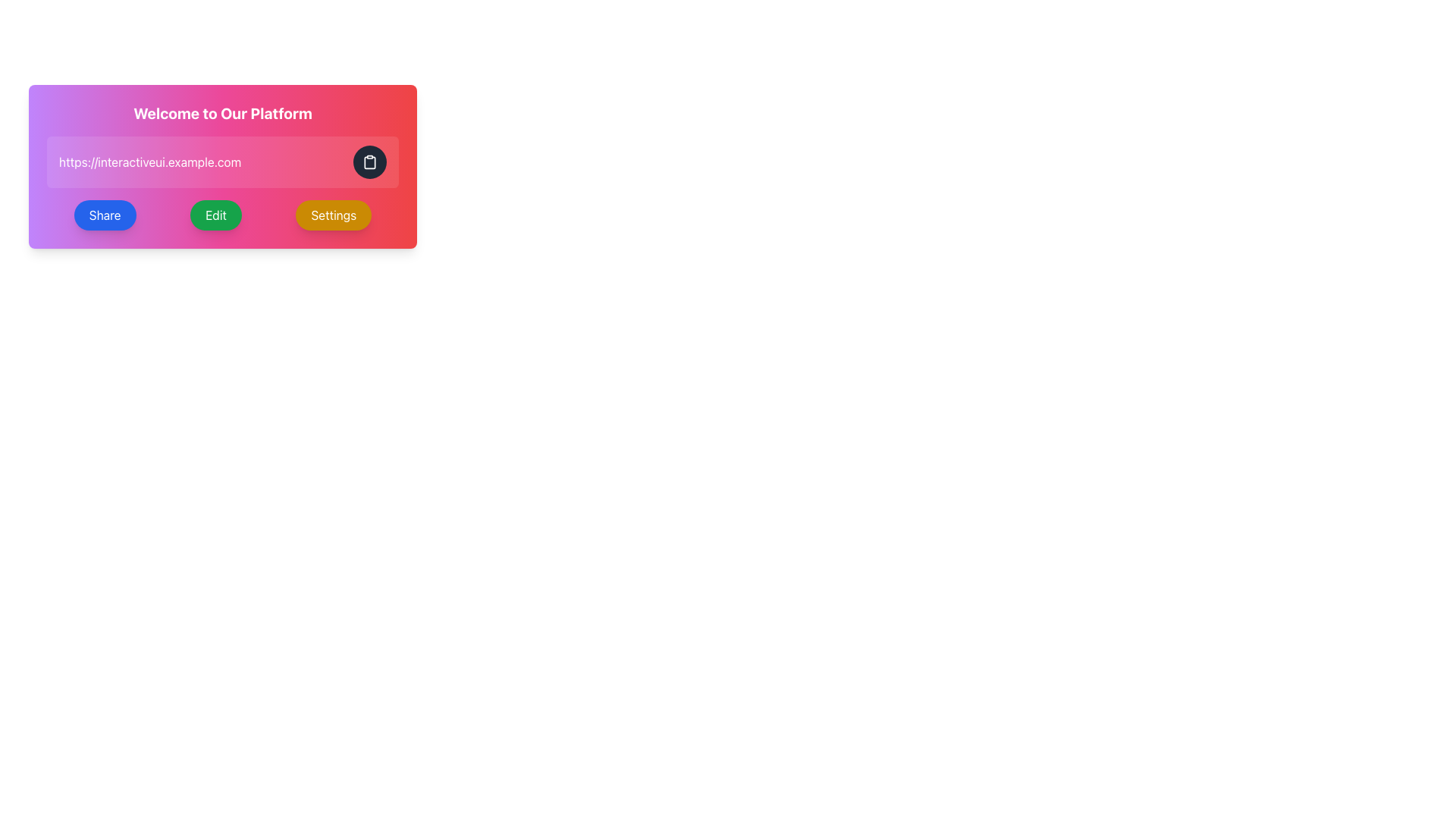  What do you see at coordinates (206, 162) in the screenshot?
I see `the read-only text input field that displays the URL` at bounding box center [206, 162].